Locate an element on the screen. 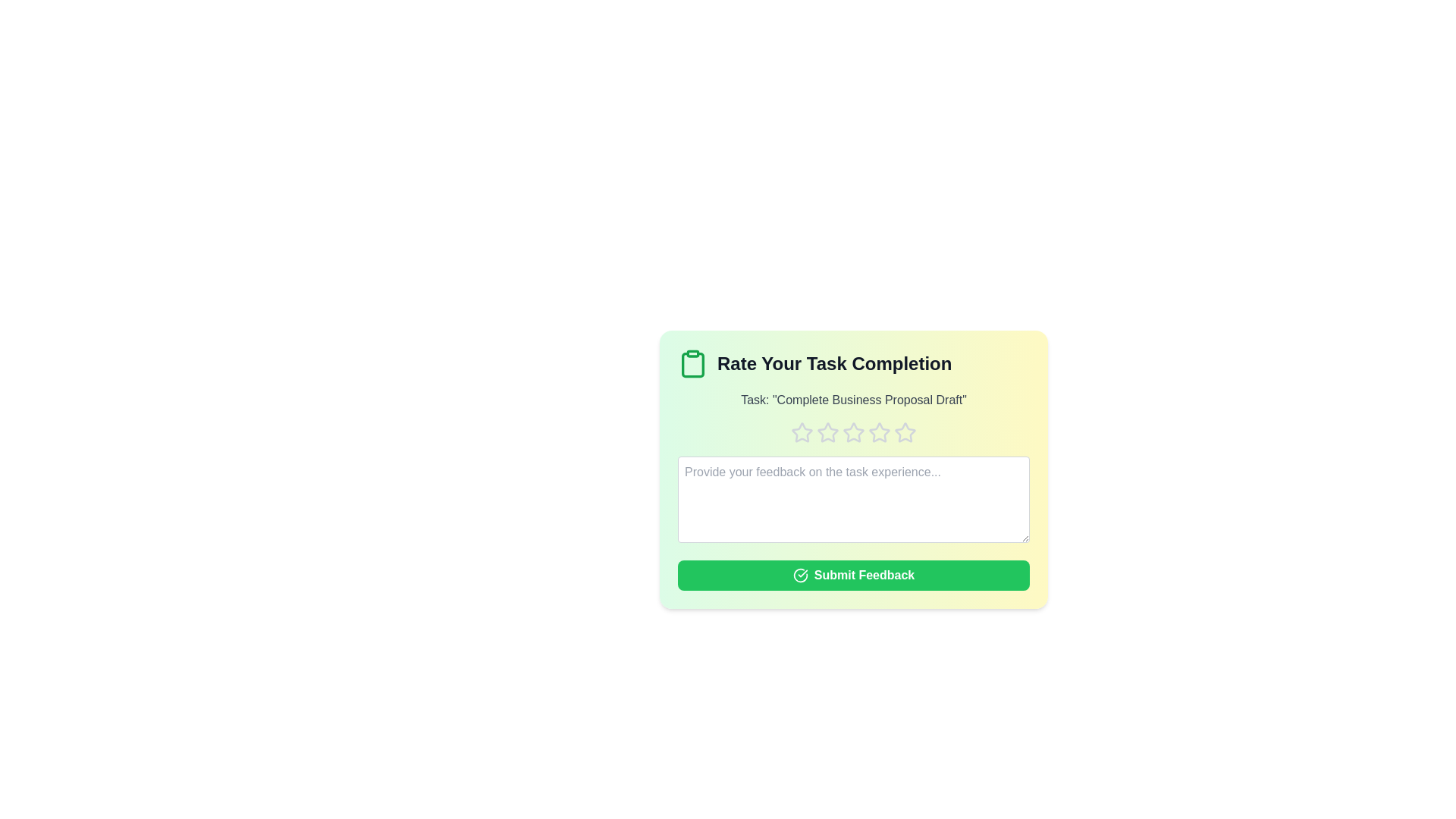 The width and height of the screenshot is (1456, 819). the rating to 3 stars by clicking on the respective star is located at coordinates (854, 432).